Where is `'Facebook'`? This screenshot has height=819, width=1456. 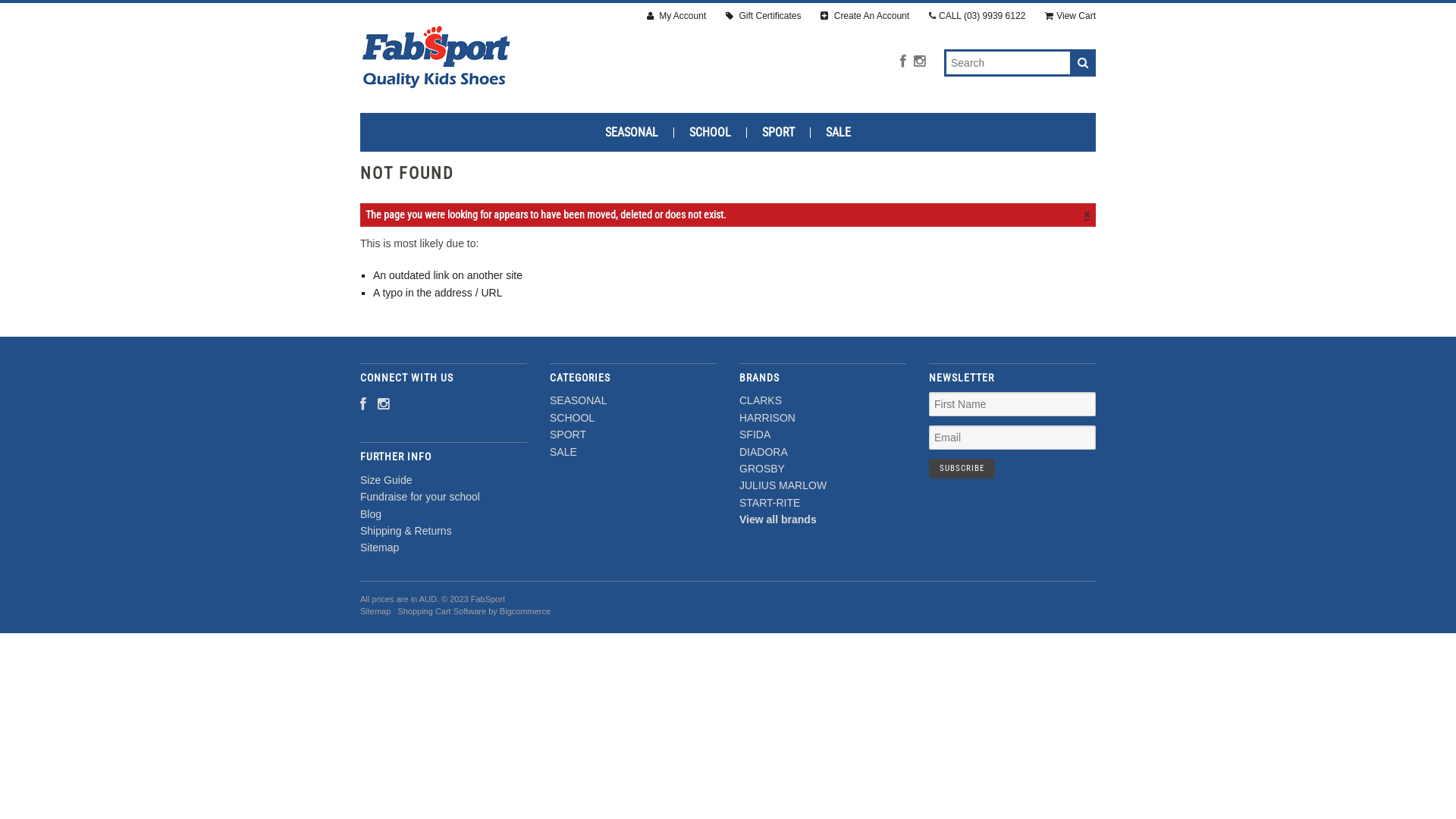
'Facebook' is located at coordinates (899, 61).